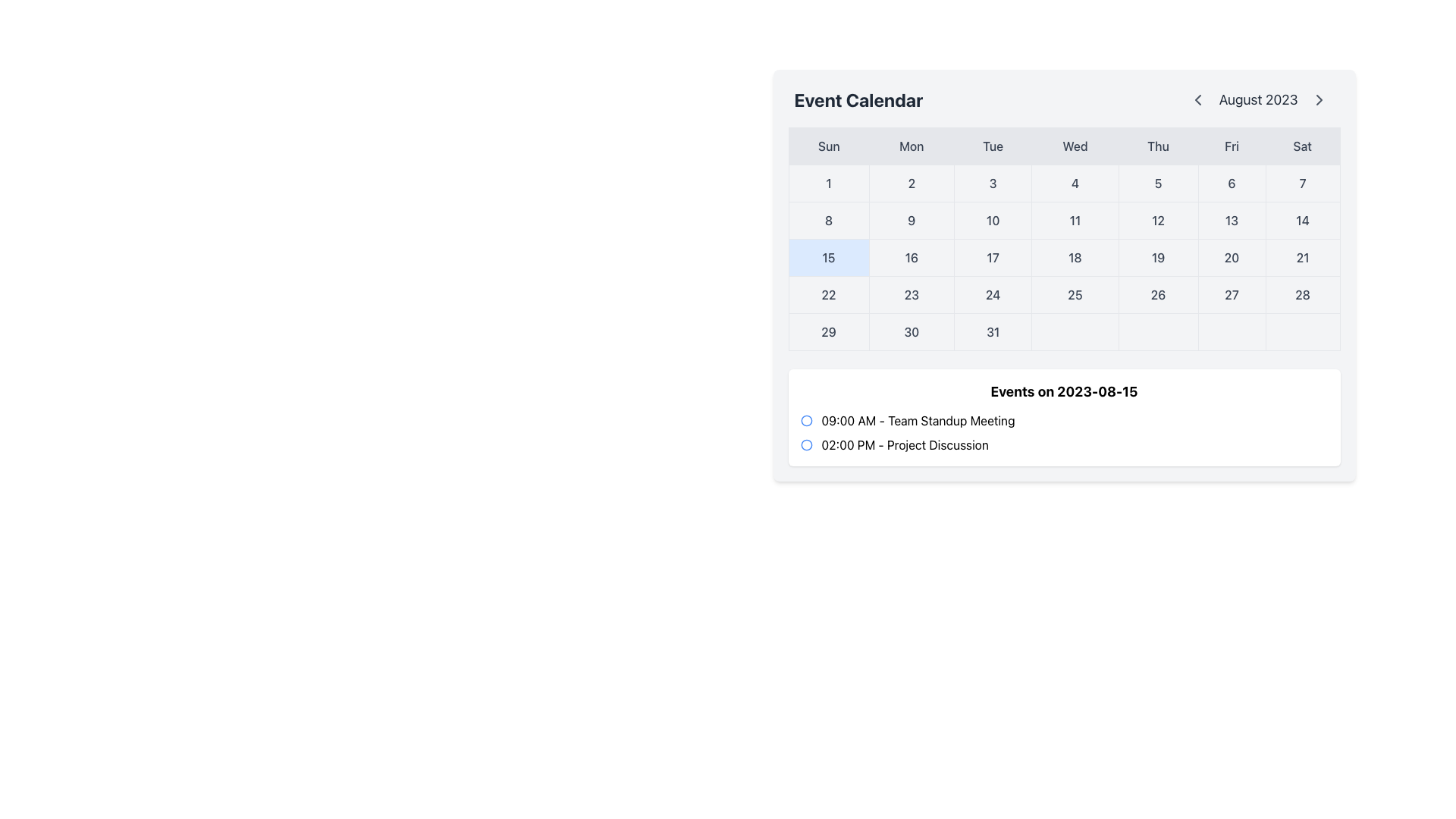 The height and width of the screenshot is (819, 1456). Describe the element at coordinates (828, 183) in the screenshot. I see `the first Calendar Day Cell located under the 'Sun' header` at that location.